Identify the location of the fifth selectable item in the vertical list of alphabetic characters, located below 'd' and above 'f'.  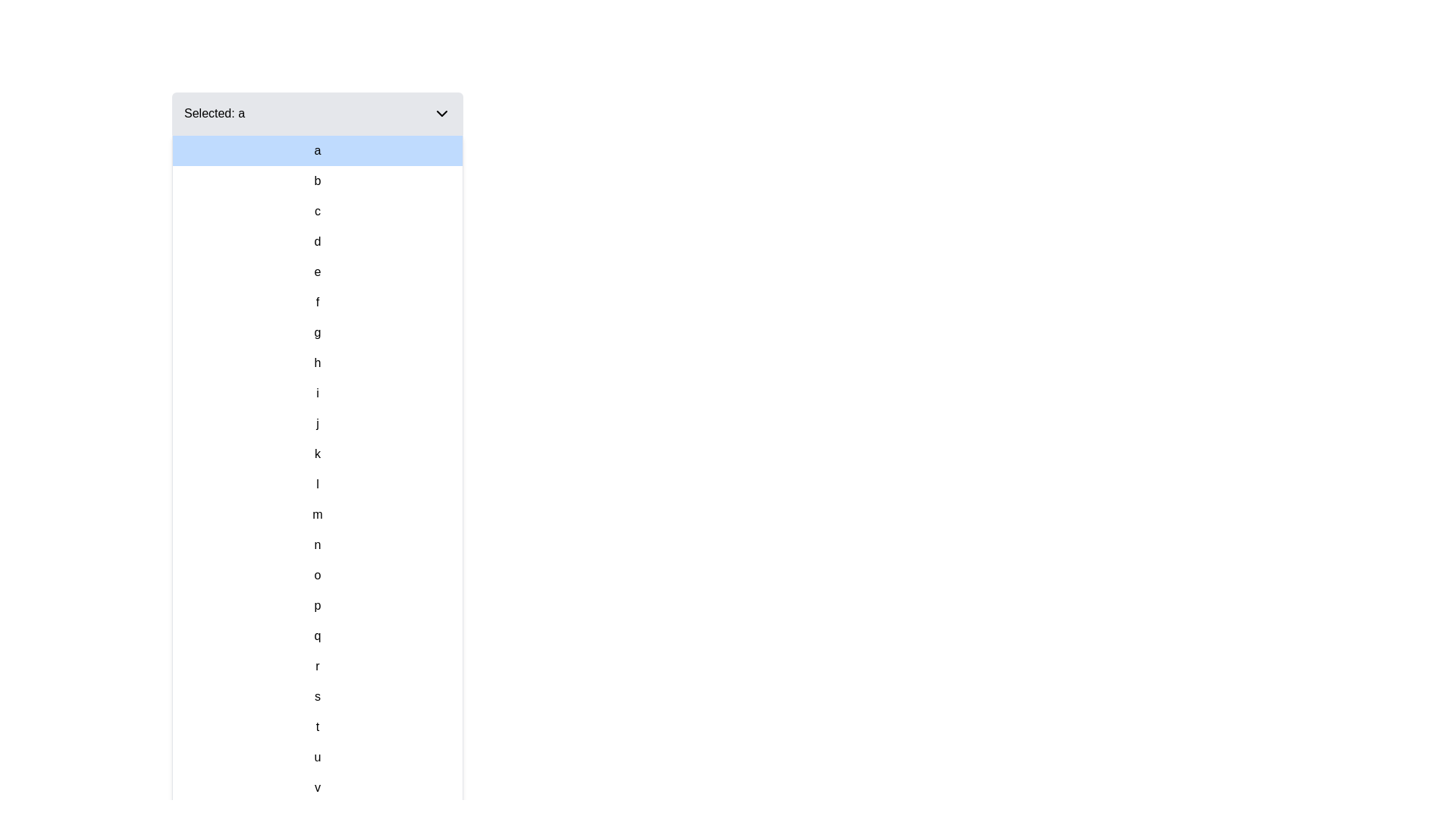
(316, 271).